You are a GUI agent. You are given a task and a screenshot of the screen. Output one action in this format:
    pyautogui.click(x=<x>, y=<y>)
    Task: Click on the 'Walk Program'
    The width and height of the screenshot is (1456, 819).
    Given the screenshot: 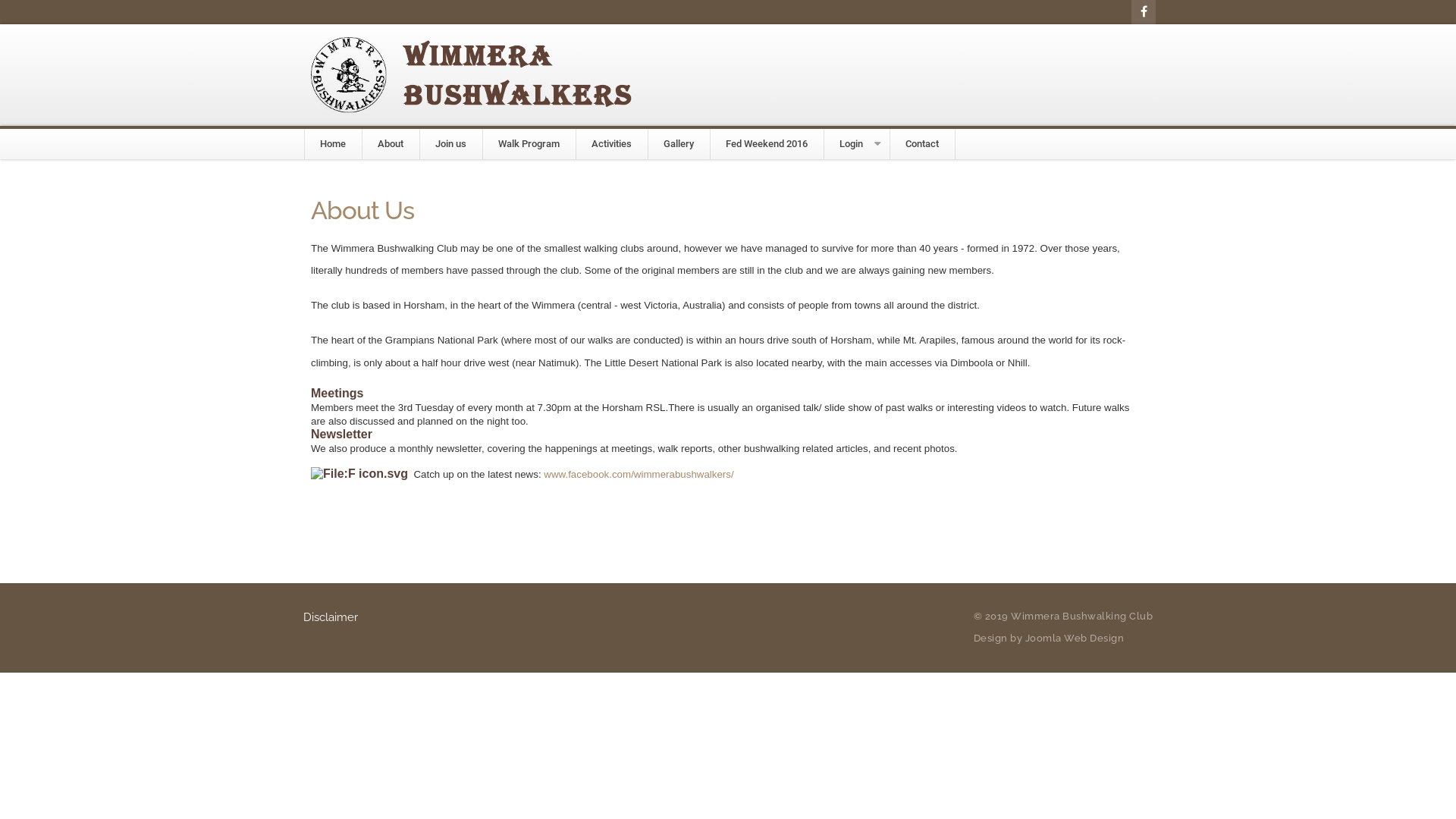 What is the action you would take?
    pyautogui.click(x=529, y=143)
    